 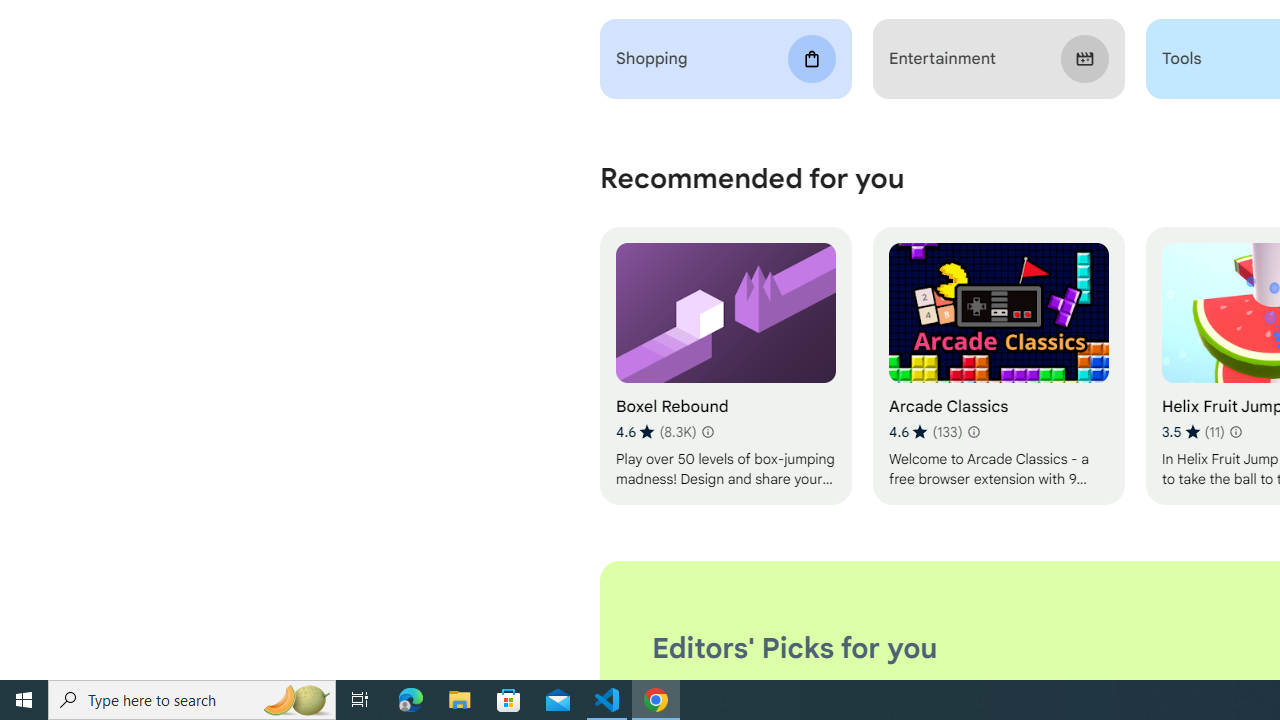 I want to click on 'Learn more about results and reviews "Arcade Classics"', so click(x=972, y=431).